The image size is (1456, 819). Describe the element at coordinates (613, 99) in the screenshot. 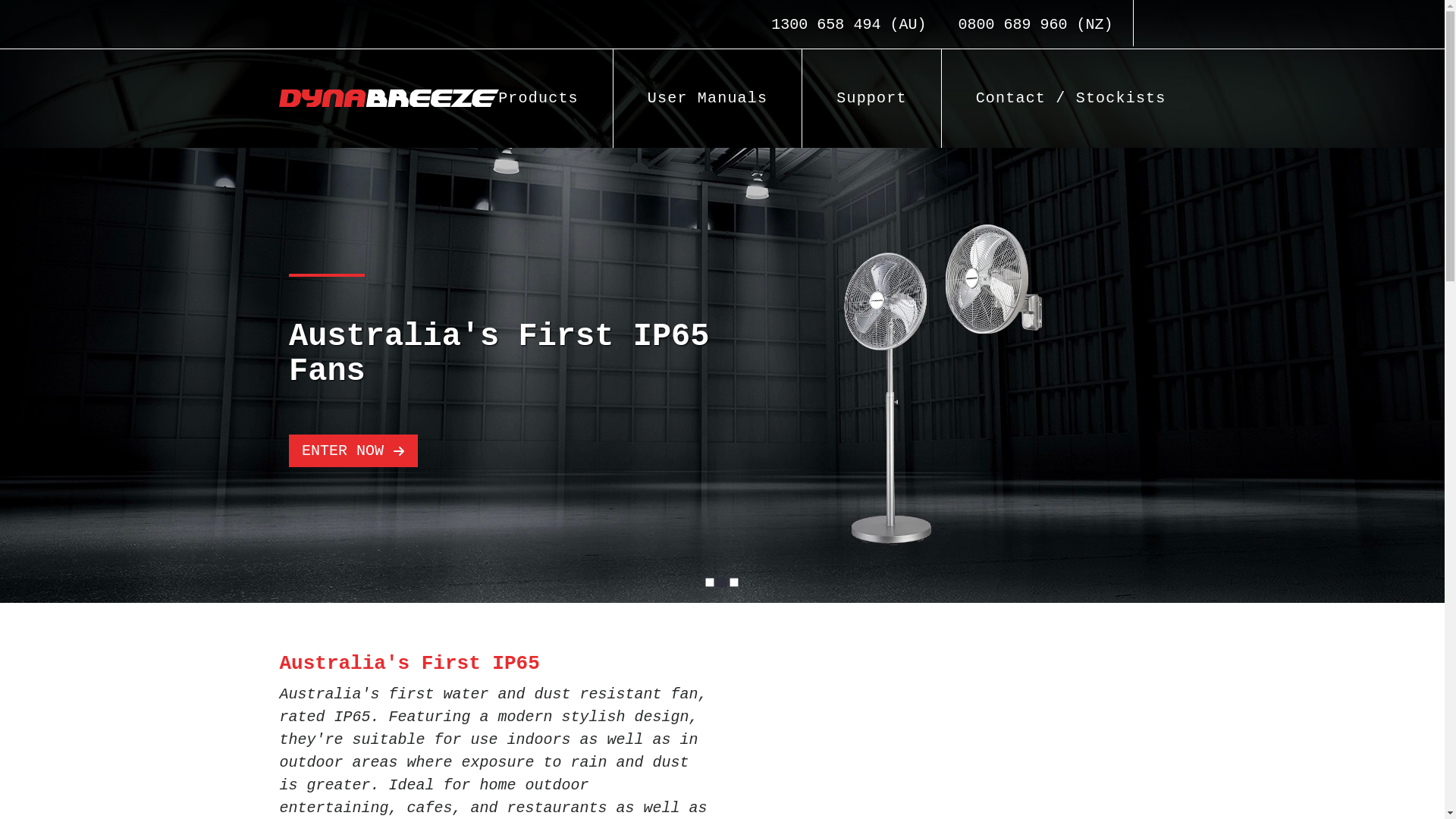

I see `'User Manuals'` at that location.